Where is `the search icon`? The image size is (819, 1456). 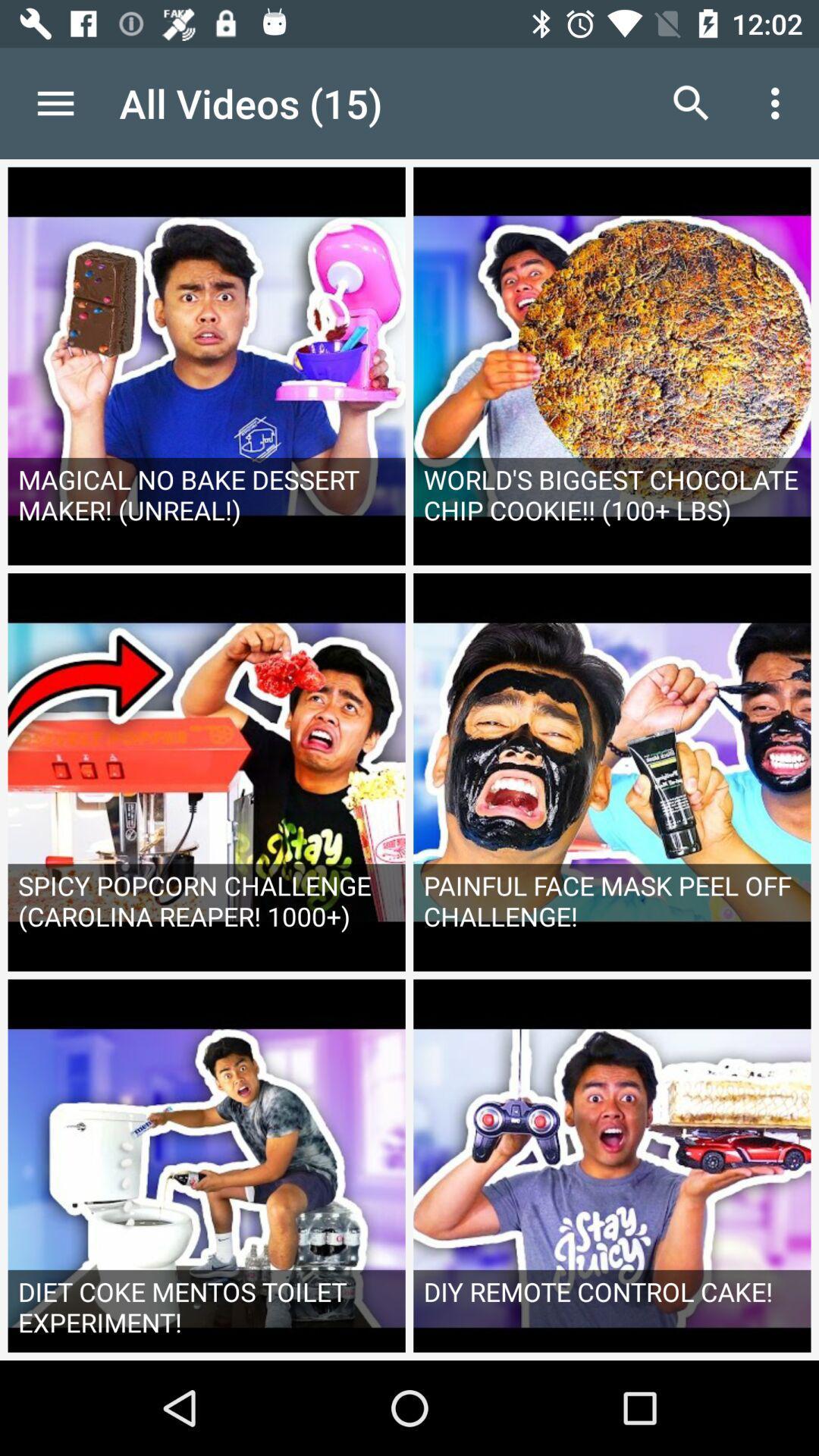 the search icon is located at coordinates (691, 103).